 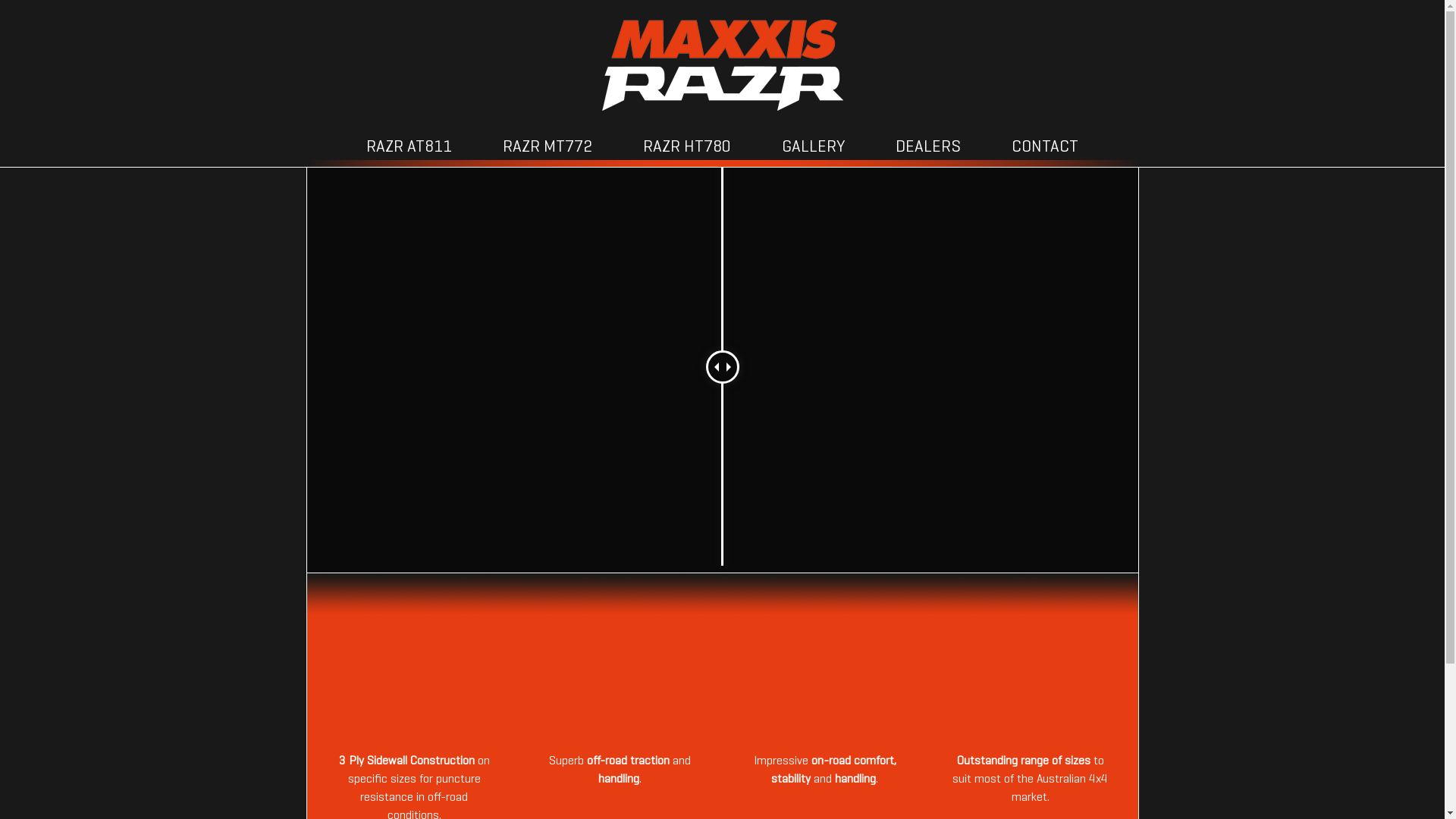 What do you see at coordinates (1043, 148) in the screenshot?
I see `'CONTACT'` at bounding box center [1043, 148].